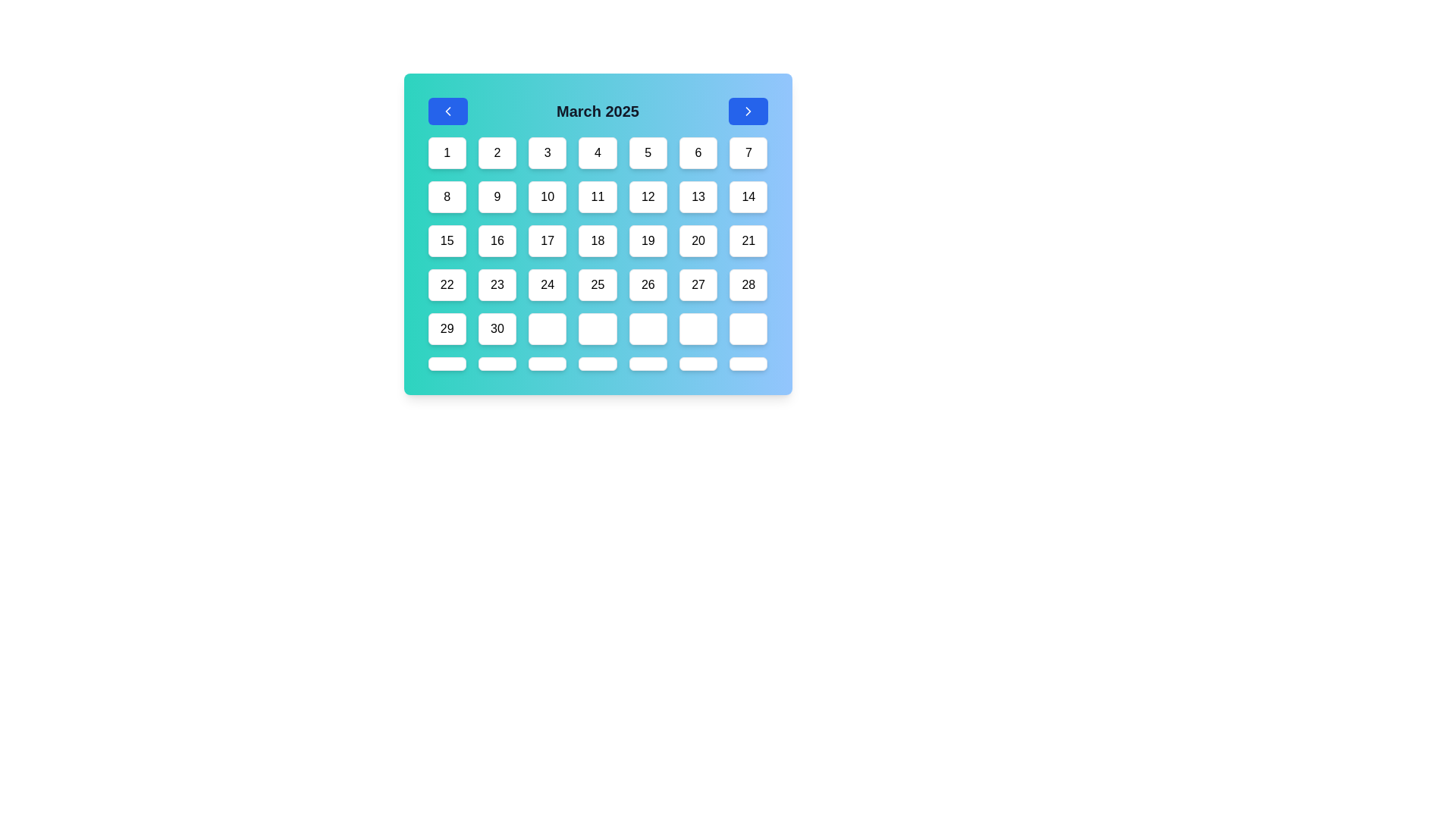 This screenshot has height=819, width=1456. What do you see at coordinates (446, 196) in the screenshot?
I see `the button representing the 8th day of the month in the second row, first column of the calendar view` at bounding box center [446, 196].